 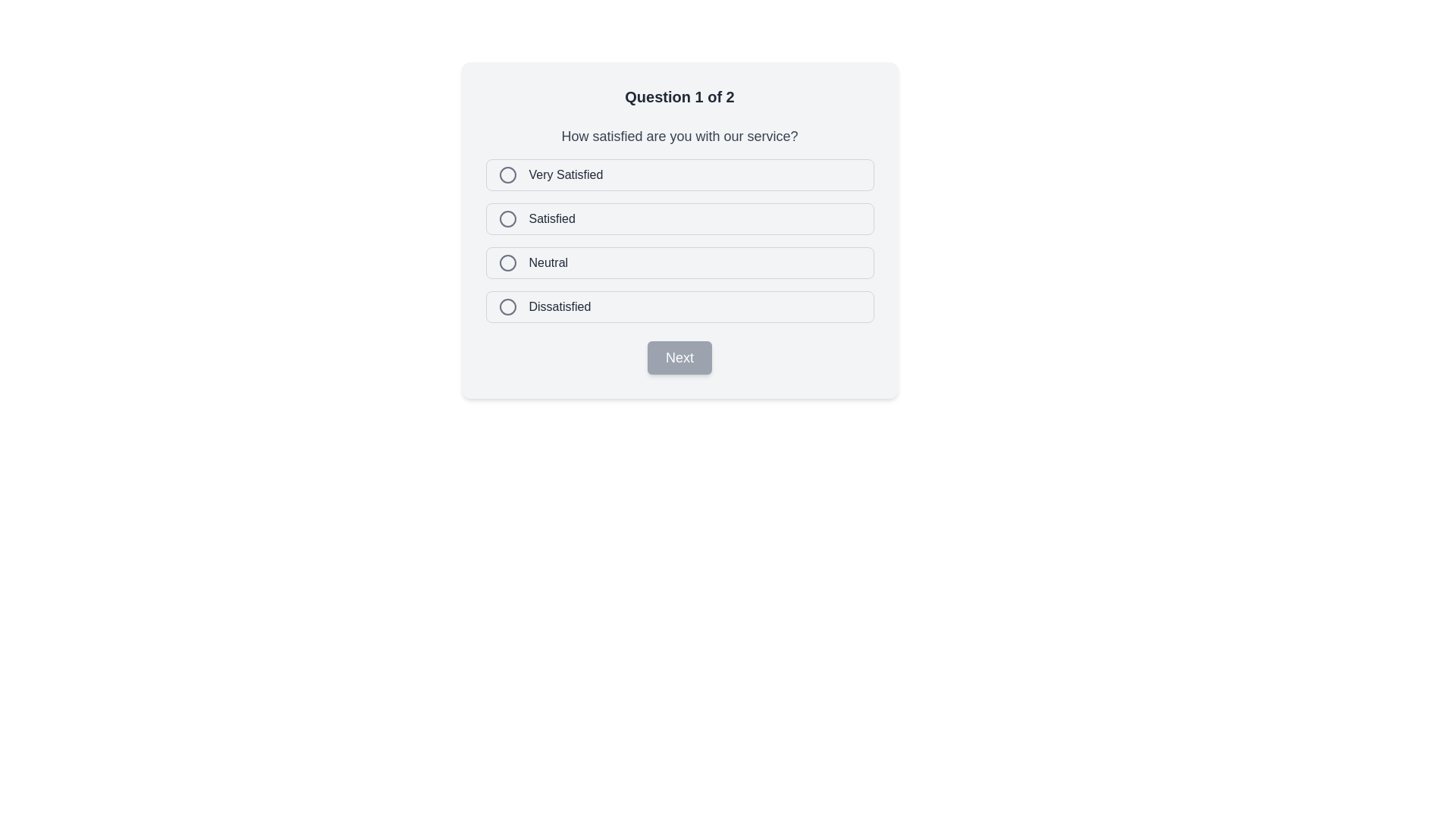 I want to click on the group of radio button options for satisfaction rating, so click(x=679, y=240).